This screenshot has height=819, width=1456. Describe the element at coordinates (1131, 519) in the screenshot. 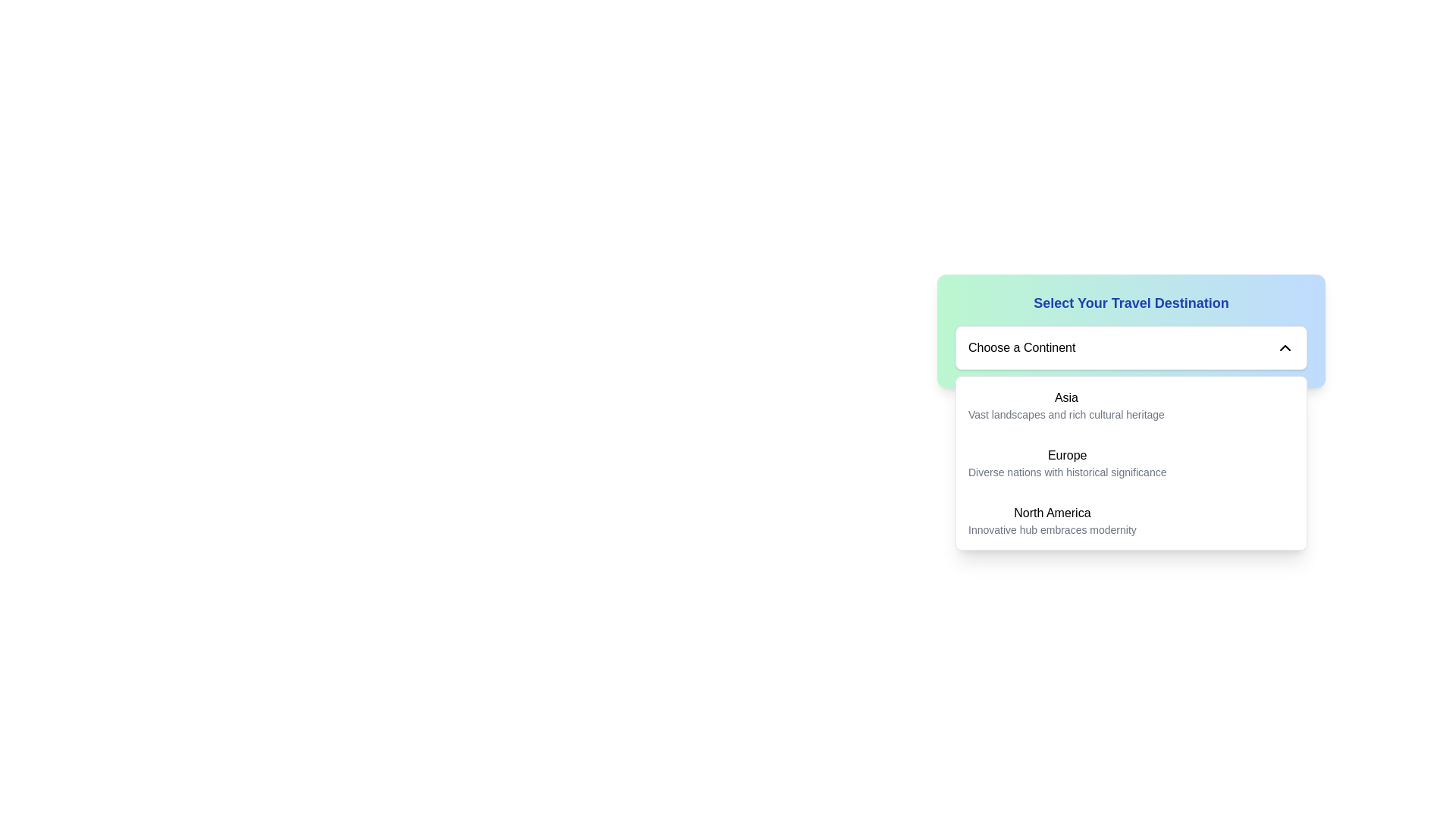

I see `the 'North America' selectable option in the dropdown menu` at that location.